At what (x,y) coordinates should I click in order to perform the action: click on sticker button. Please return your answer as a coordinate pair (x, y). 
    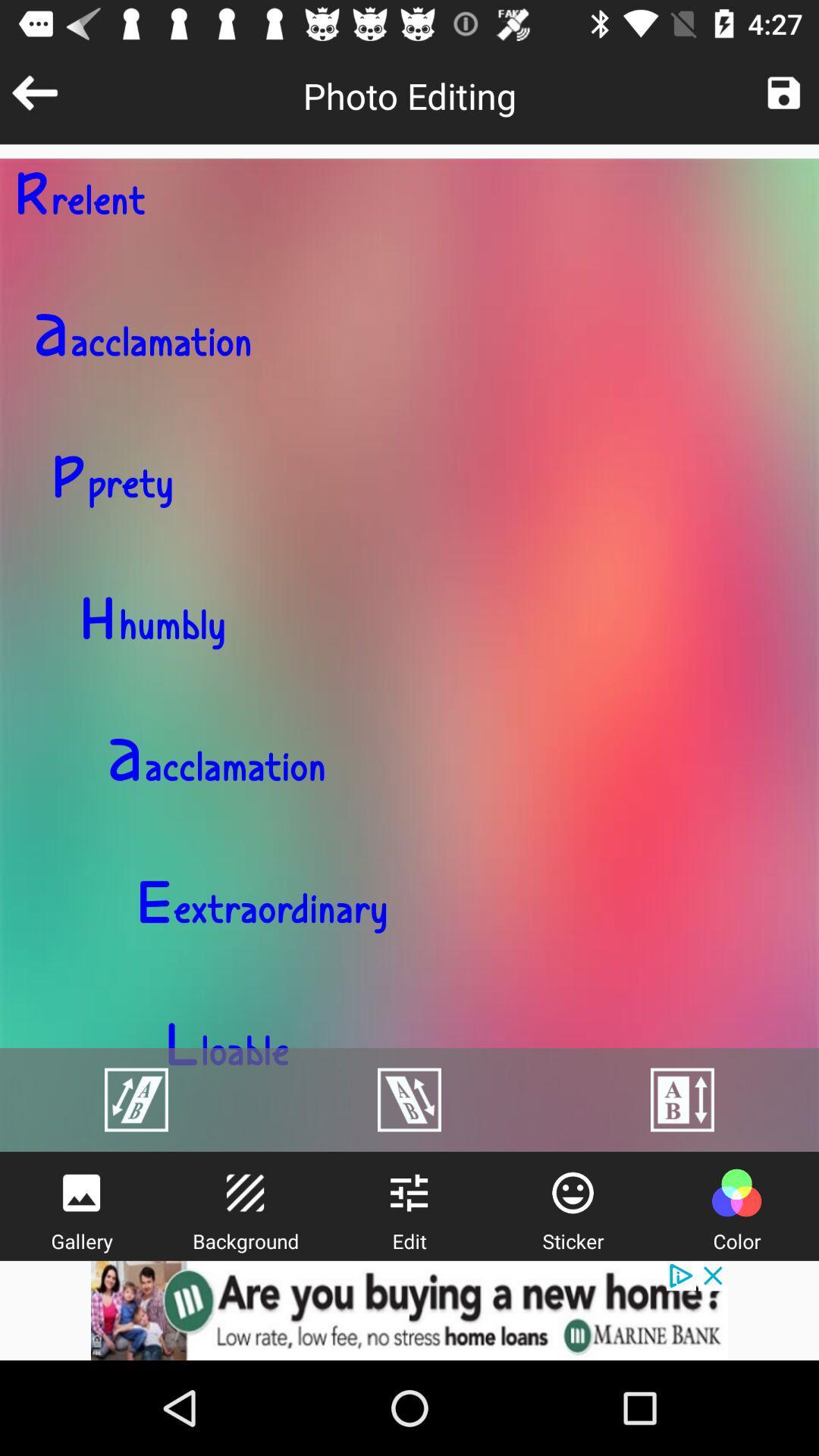
    Looking at the image, I should click on (573, 1192).